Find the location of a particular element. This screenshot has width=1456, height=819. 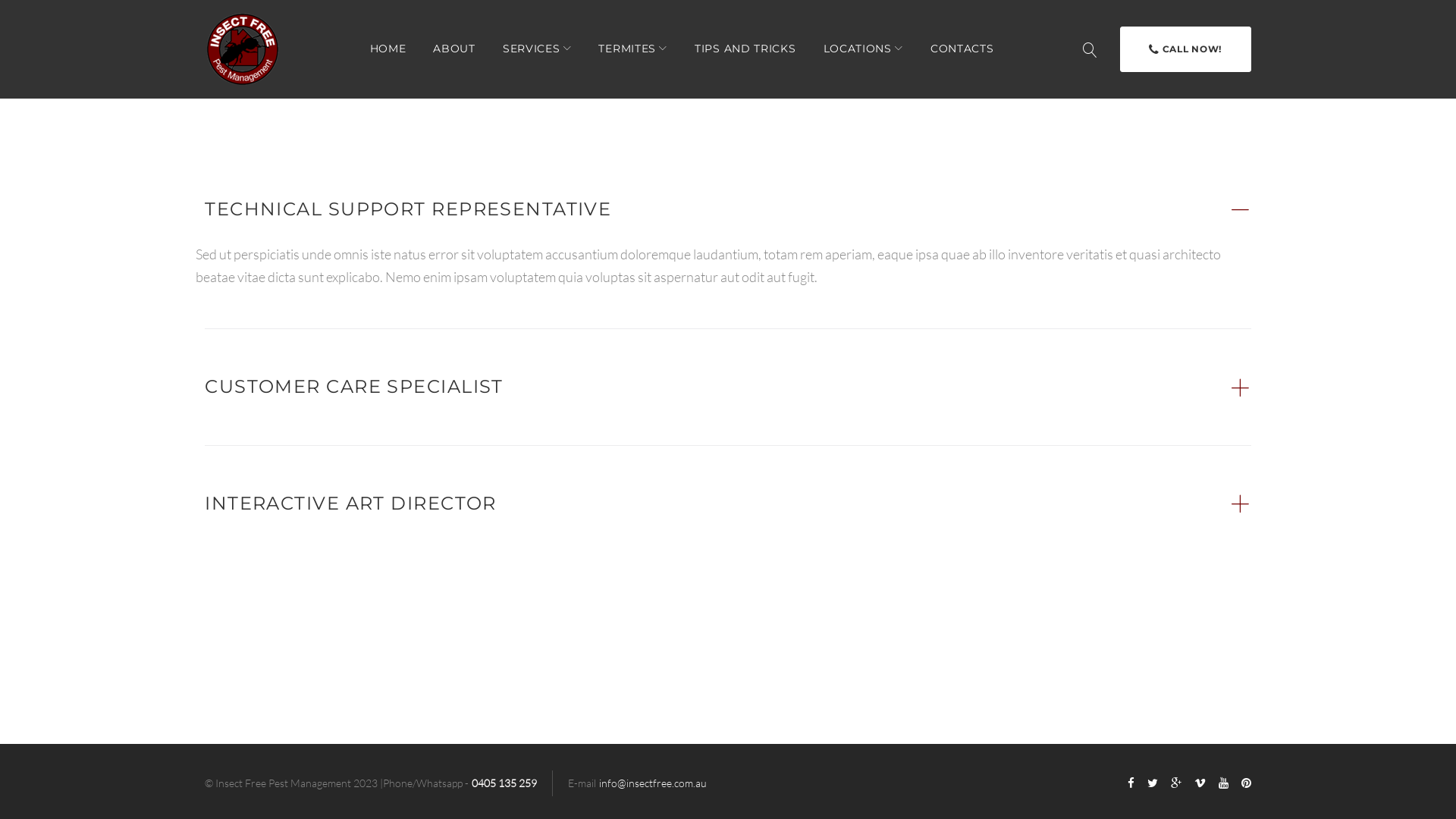

'HOME' is located at coordinates (388, 48).